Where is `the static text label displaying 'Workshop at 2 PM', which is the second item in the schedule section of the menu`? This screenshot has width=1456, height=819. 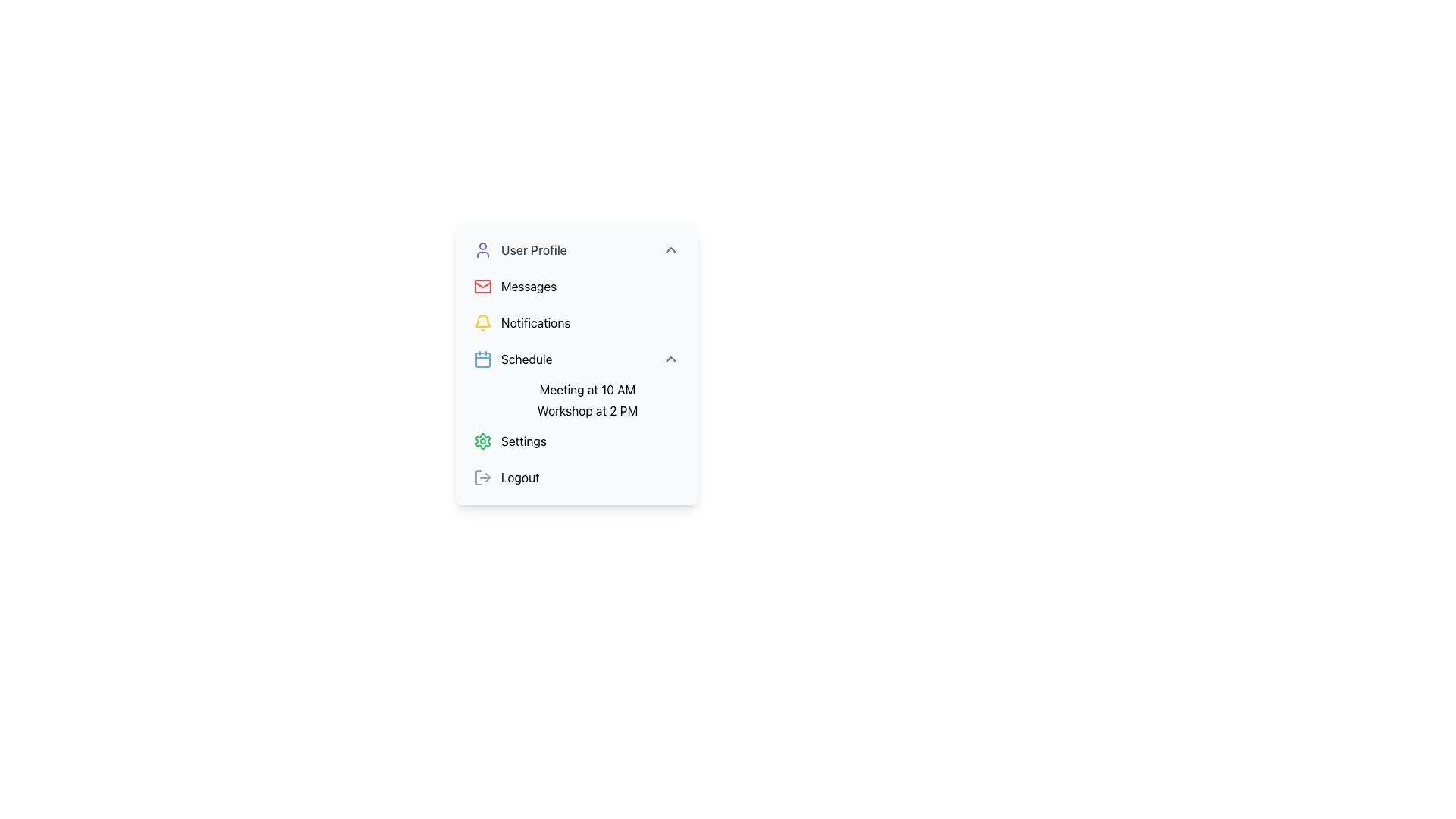 the static text label displaying 'Workshop at 2 PM', which is the second item in the schedule section of the menu is located at coordinates (586, 411).